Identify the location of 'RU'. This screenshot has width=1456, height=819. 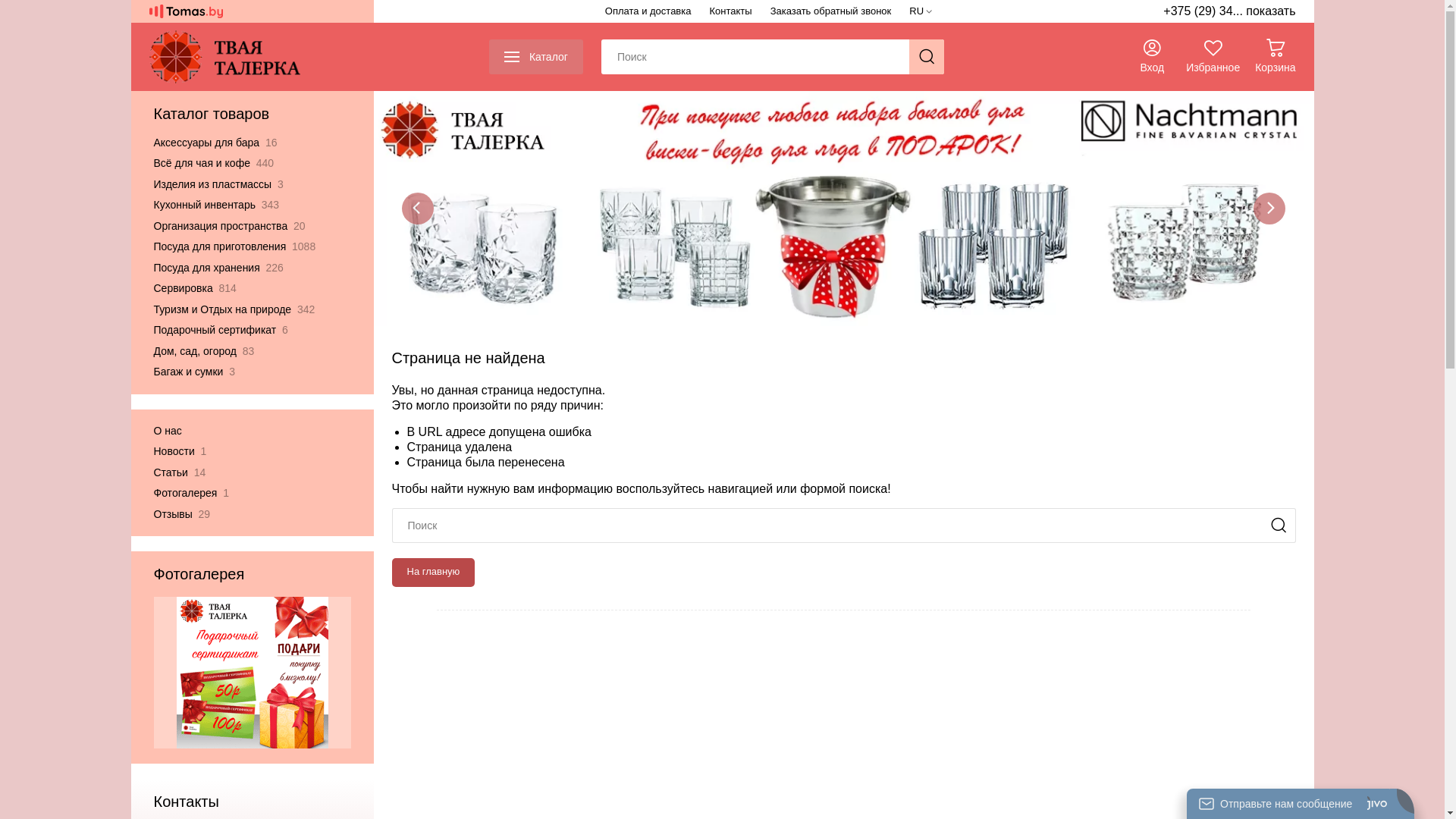
(909, 11).